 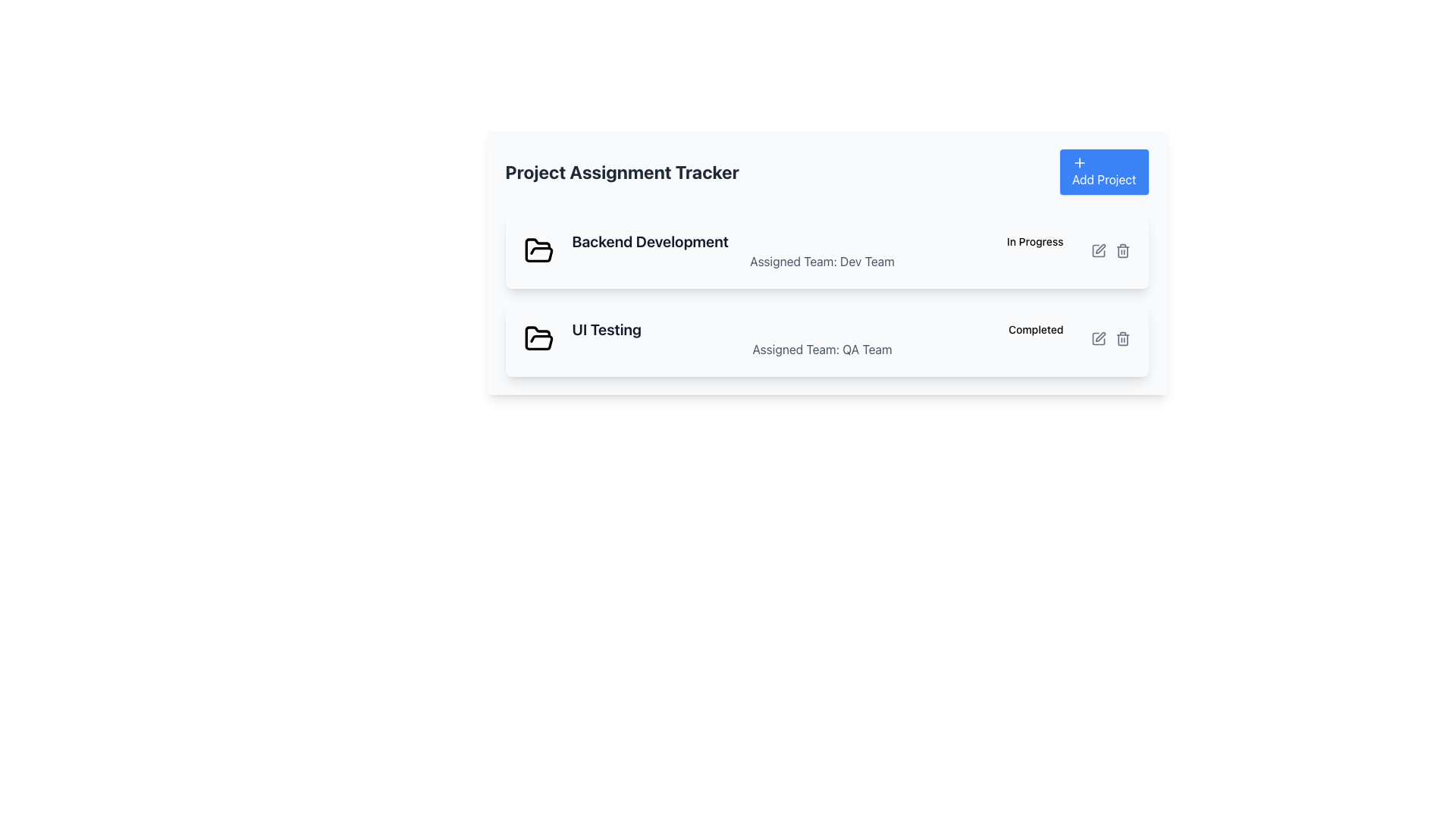 What do you see at coordinates (826, 250) in the screenshot?
I see `information displayed on the card titled 'Backend Development' which shows the tag 'In Progress' and description 'Assigned Team: Dev Team'` at bounding box center [826, 250].